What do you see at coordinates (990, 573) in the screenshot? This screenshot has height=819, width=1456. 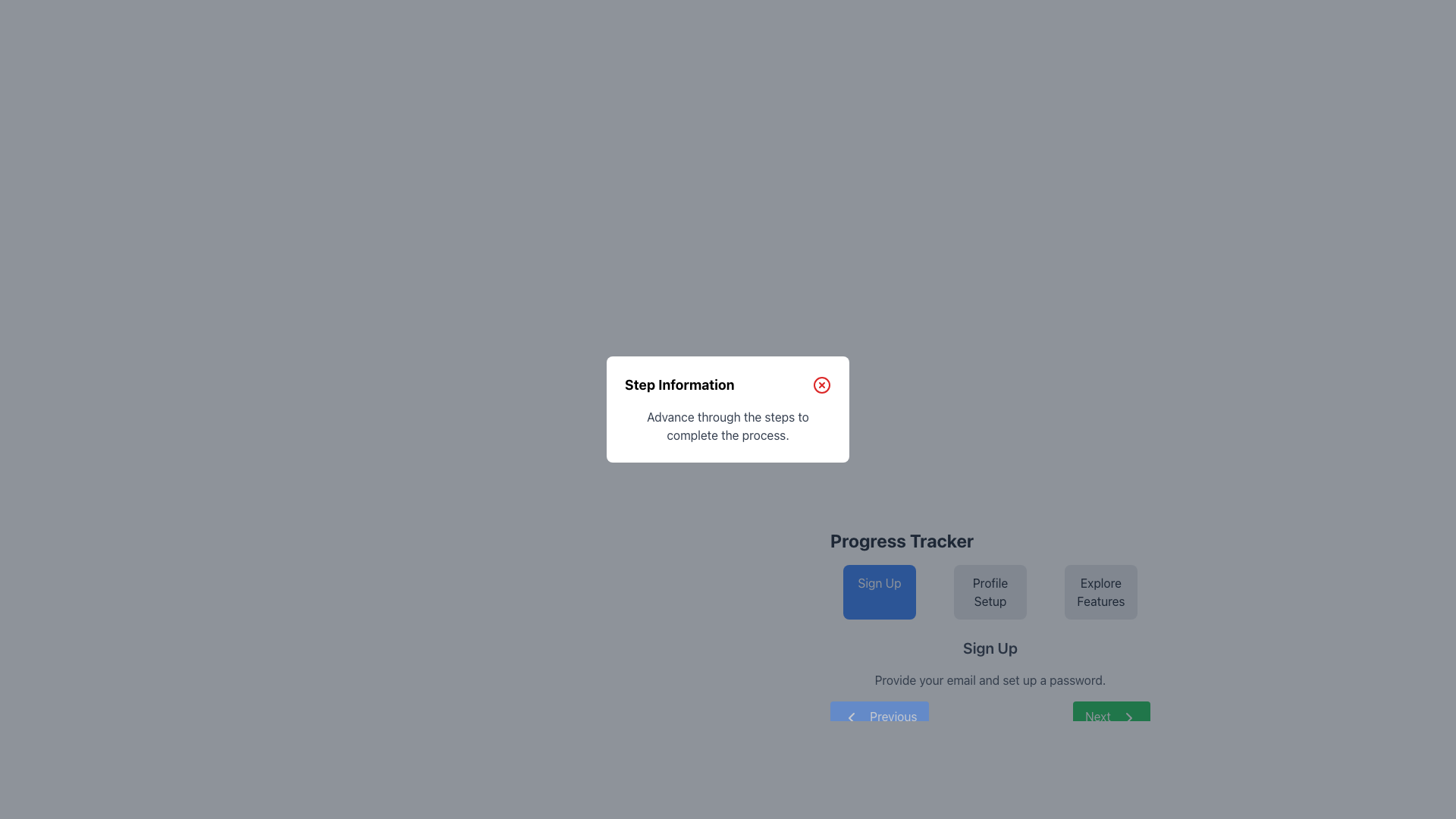 I see `the 'Profile Setup' button, which is the second button in a row of three buttons located under the 'Progress Tracker' heading` at bounding box center [990, 573].